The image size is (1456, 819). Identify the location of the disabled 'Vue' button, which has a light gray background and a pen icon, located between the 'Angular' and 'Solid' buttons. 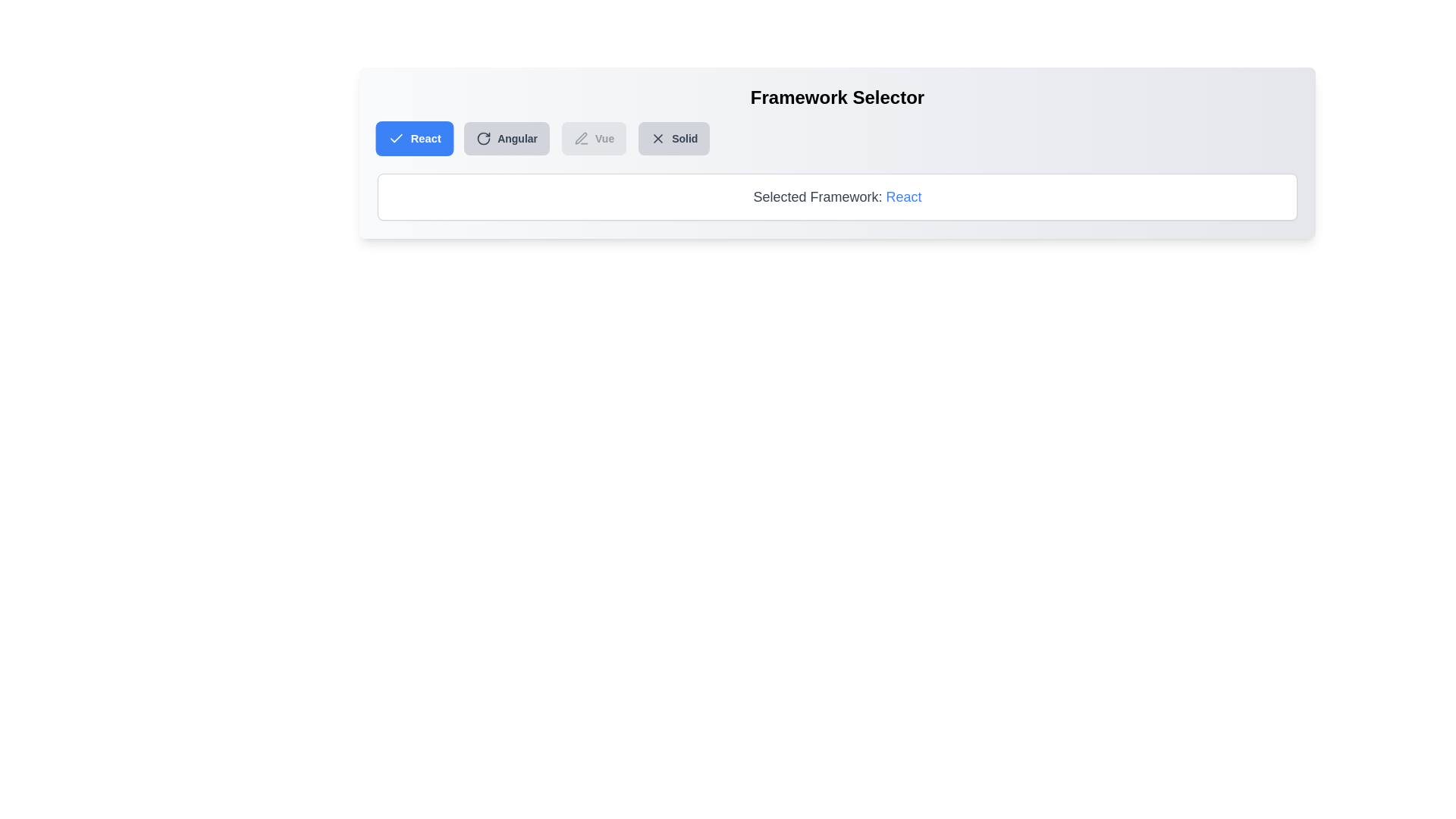
(593, 138).